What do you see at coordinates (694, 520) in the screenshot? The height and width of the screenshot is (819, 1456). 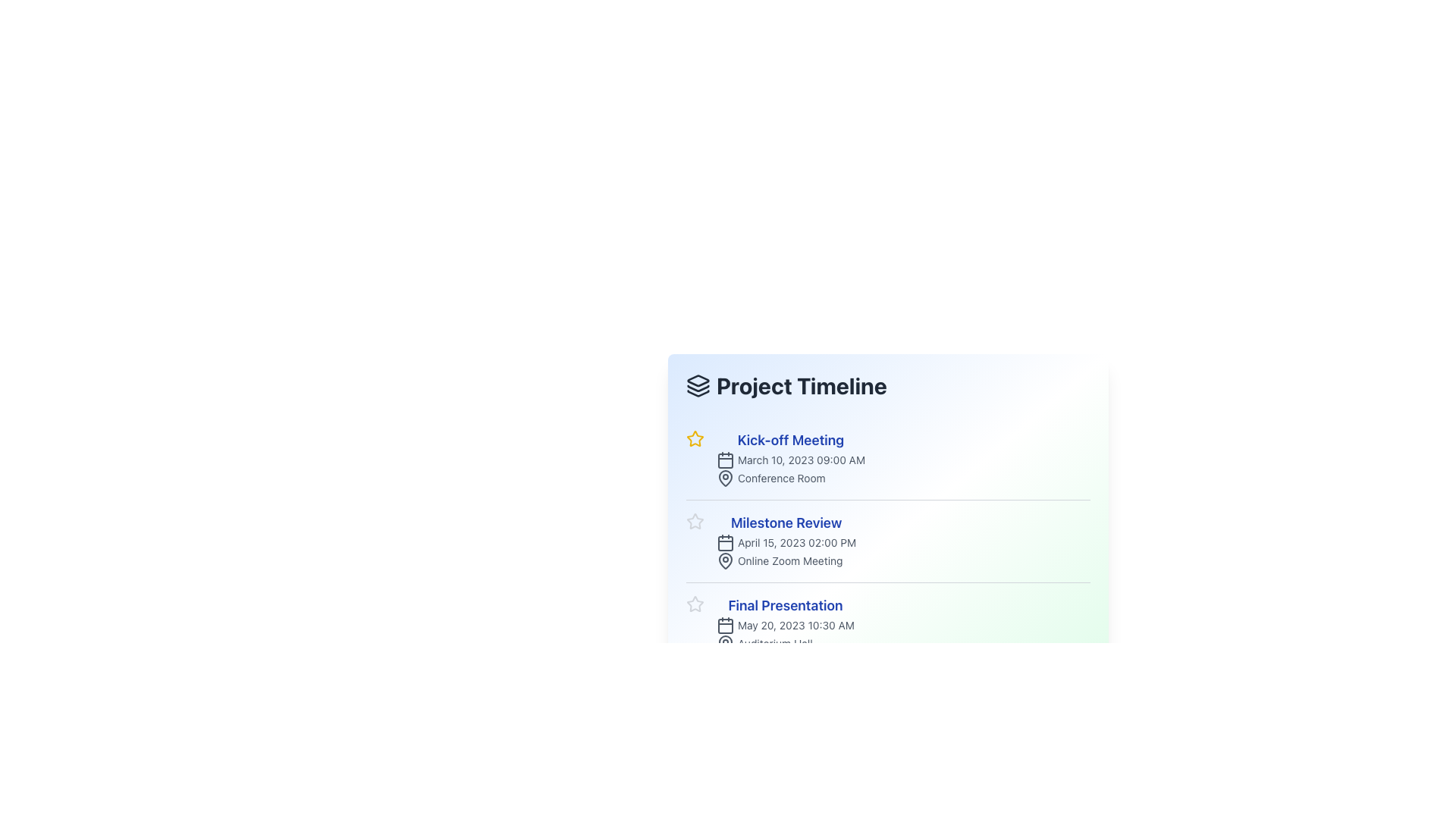 I see `the star icon outlined in gray, located to the left of the text 'Milestone Review'` at bounding box center [694, 520].